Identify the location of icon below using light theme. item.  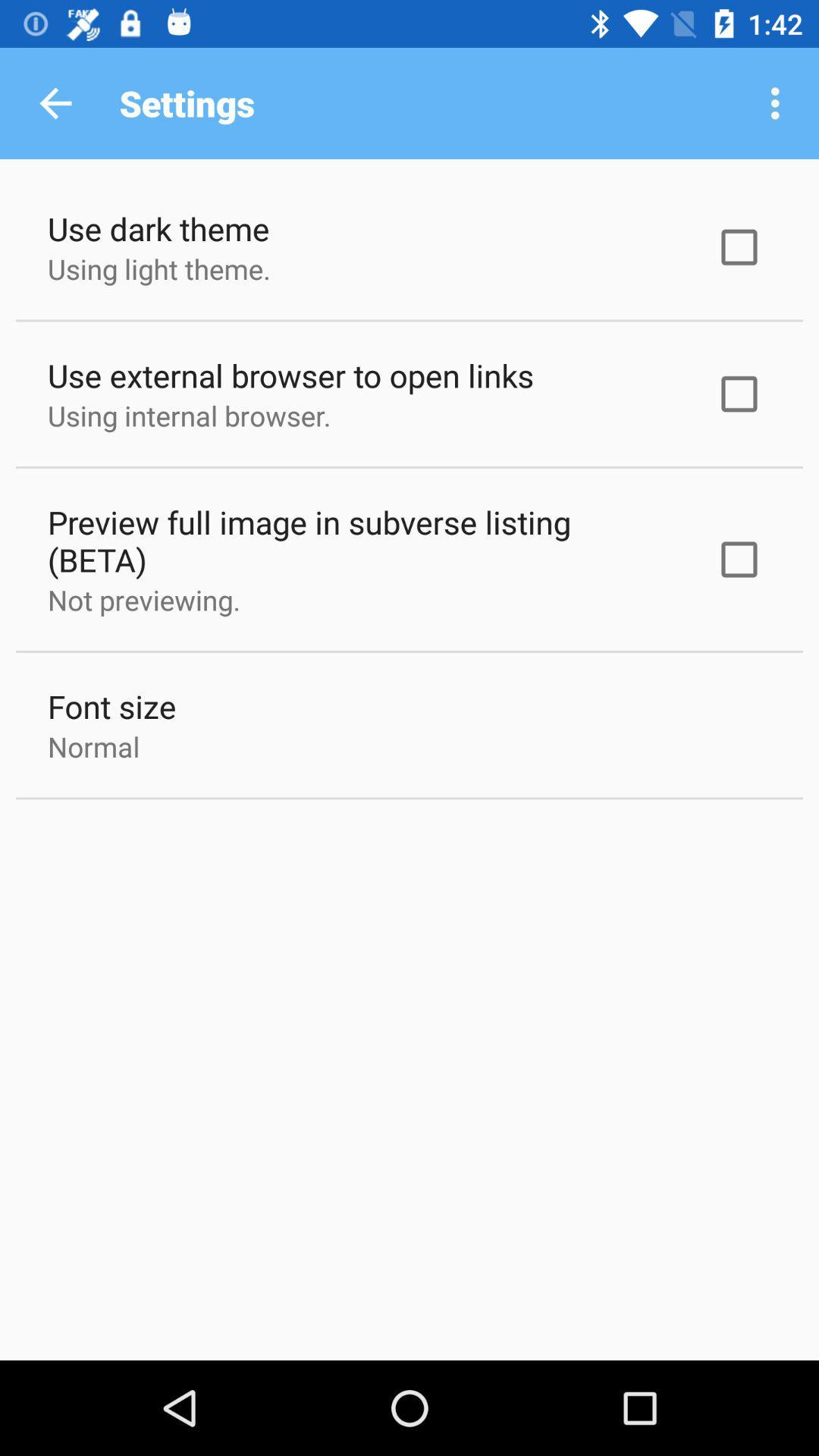
(290, 375).